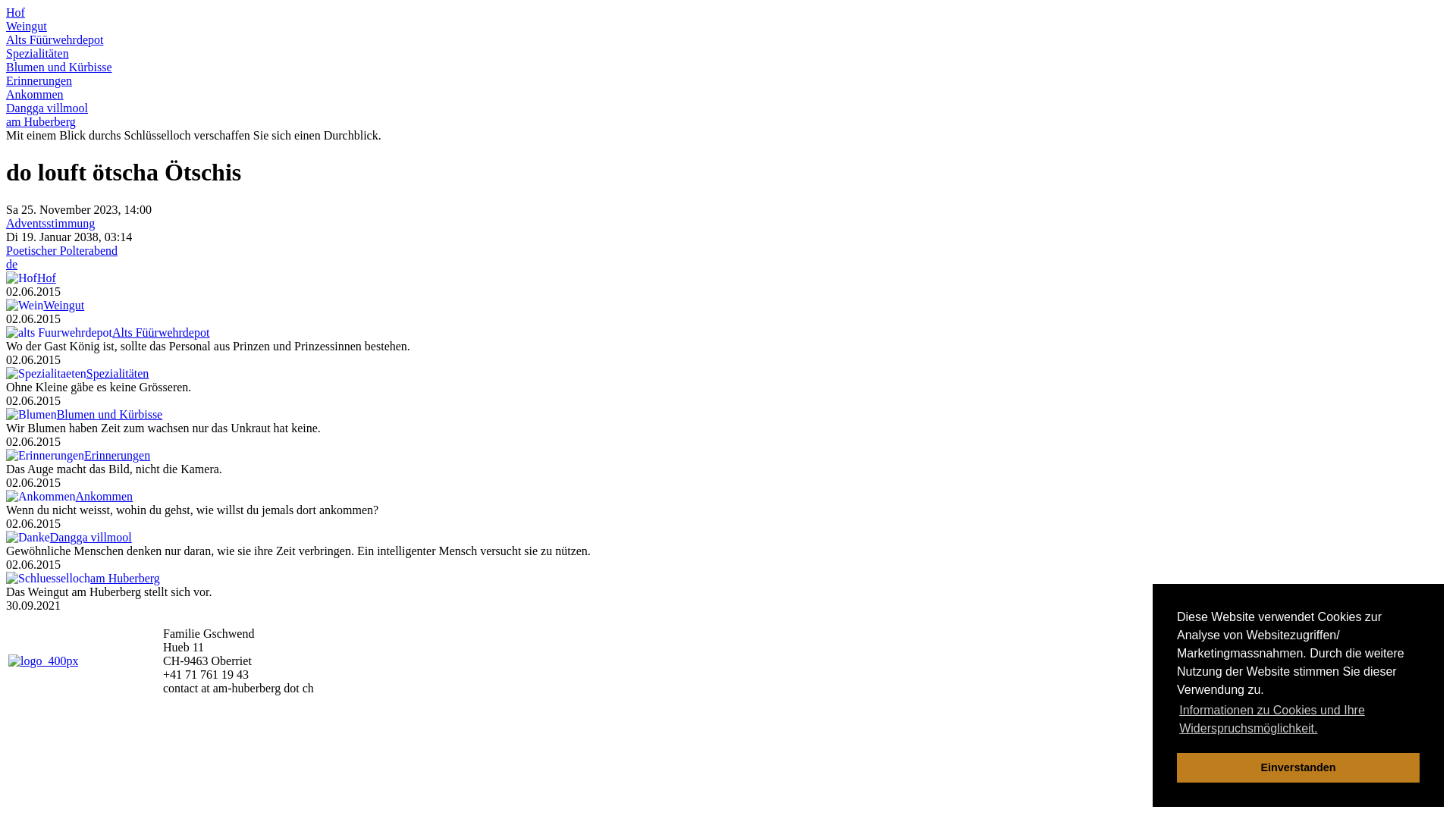  Describe the element at coordinates (6, 332) in the screenshot. I see `'alts Fuurwehrdepot'` at that location.